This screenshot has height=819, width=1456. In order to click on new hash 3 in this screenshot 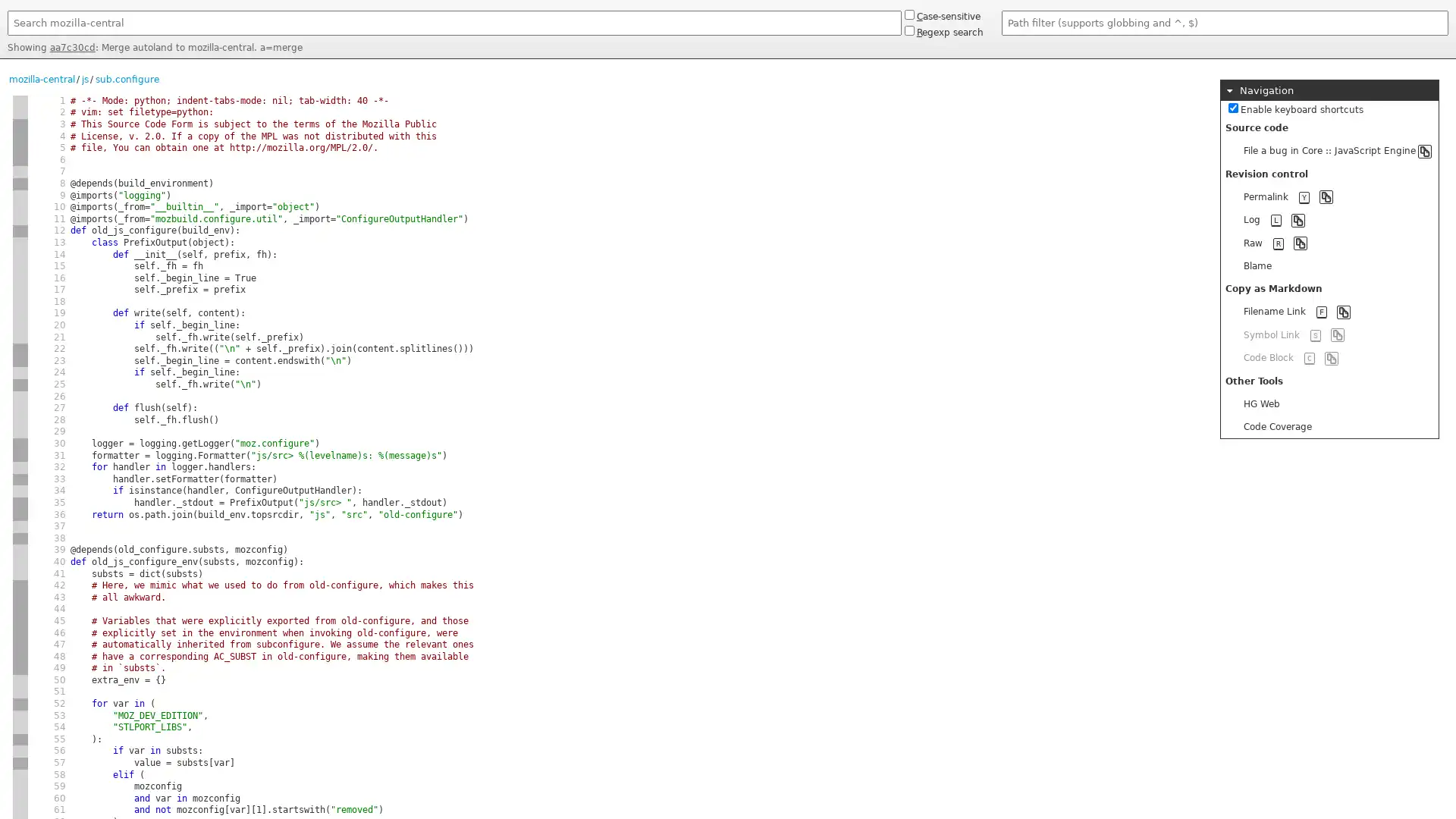, I will do `click(20, 716)`.